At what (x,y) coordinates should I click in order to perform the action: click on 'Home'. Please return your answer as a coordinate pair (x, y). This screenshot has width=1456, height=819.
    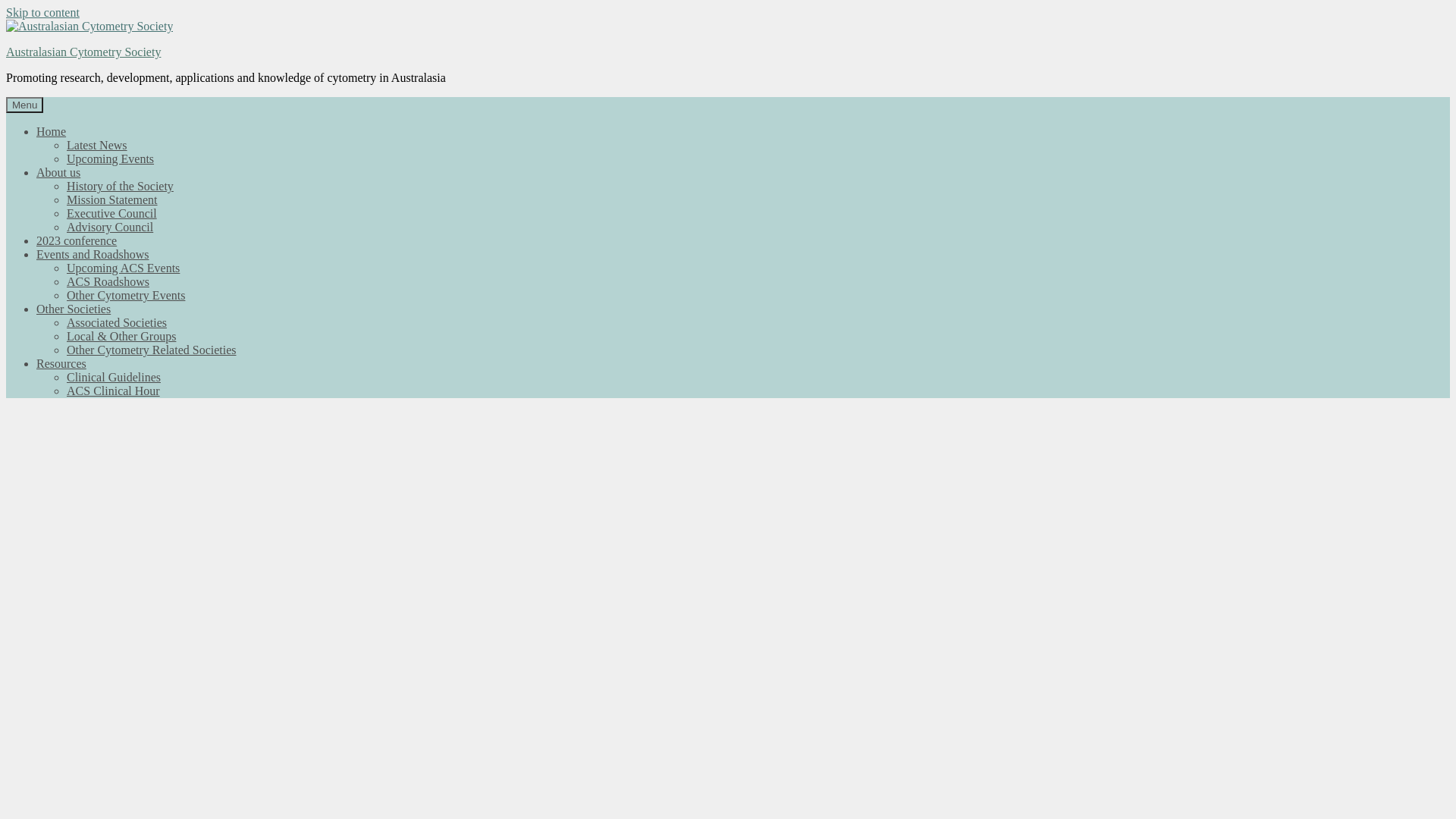
    Looking at the image, I should click on (36, 130).